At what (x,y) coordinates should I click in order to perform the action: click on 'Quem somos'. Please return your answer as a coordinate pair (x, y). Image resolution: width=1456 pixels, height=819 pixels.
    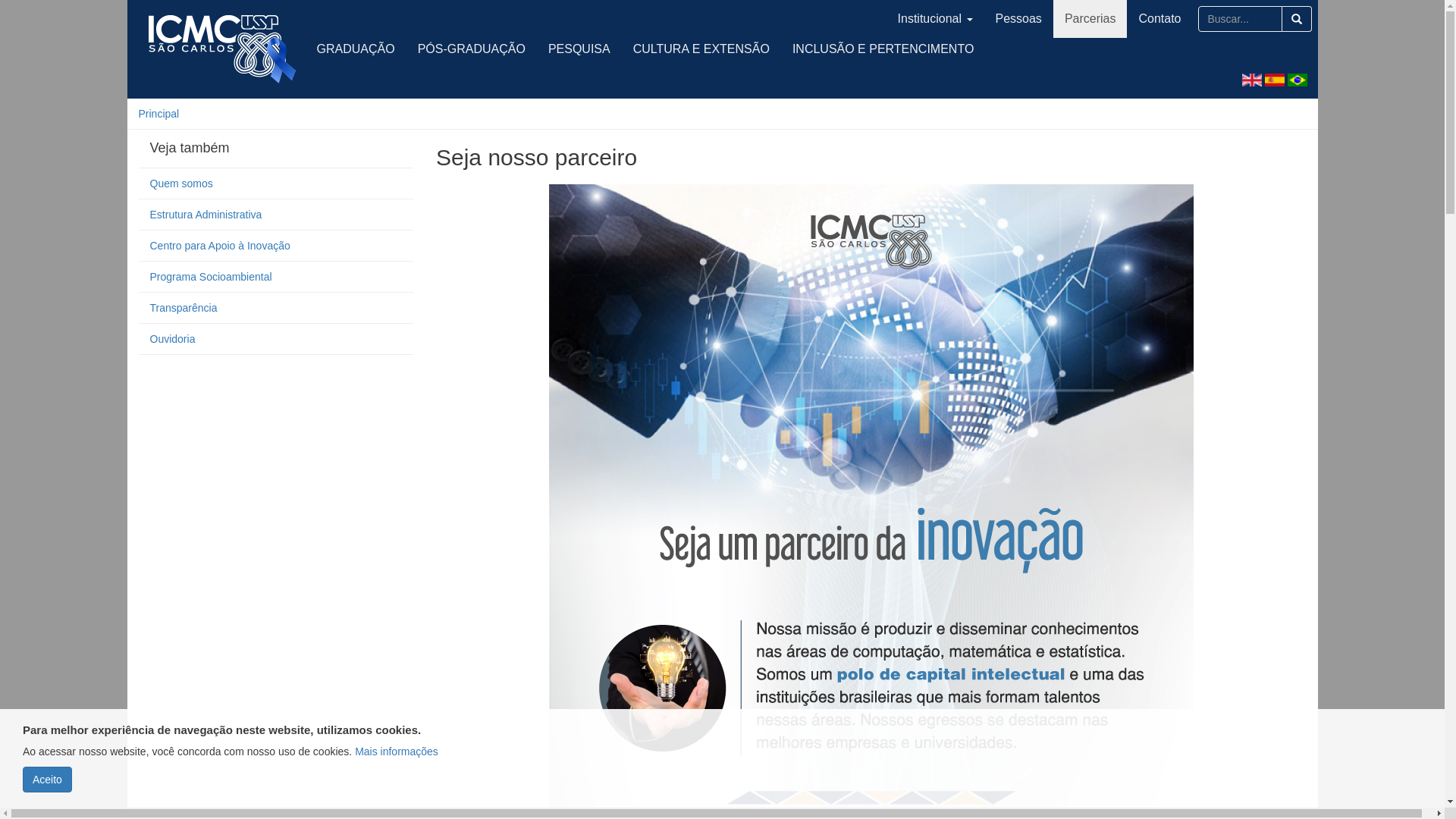
    Looking at the image, I should click on (275, 183).